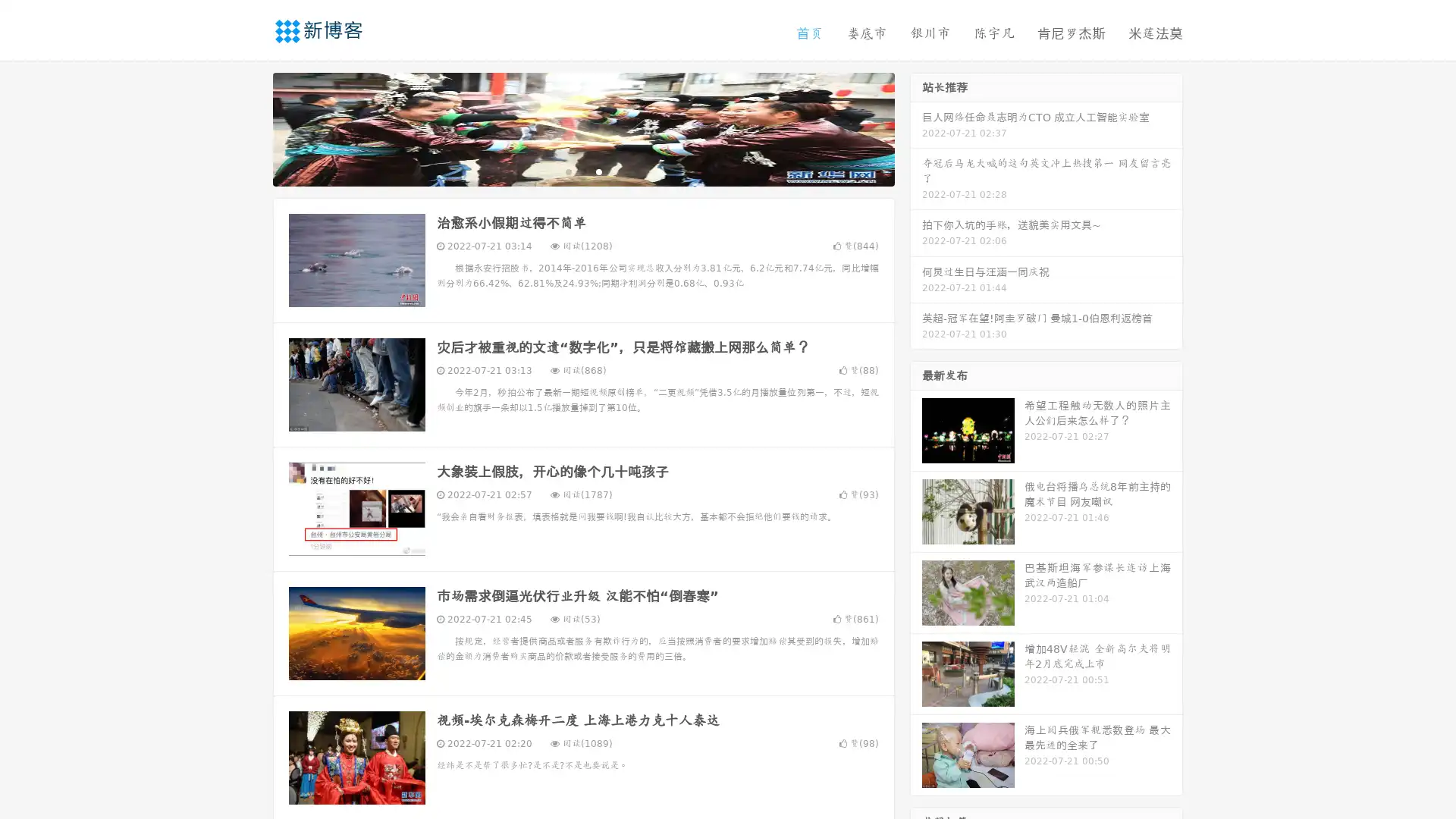  Describe the element at coordinates (916, 127) in the screenshot. I see `Next slide` at that location.